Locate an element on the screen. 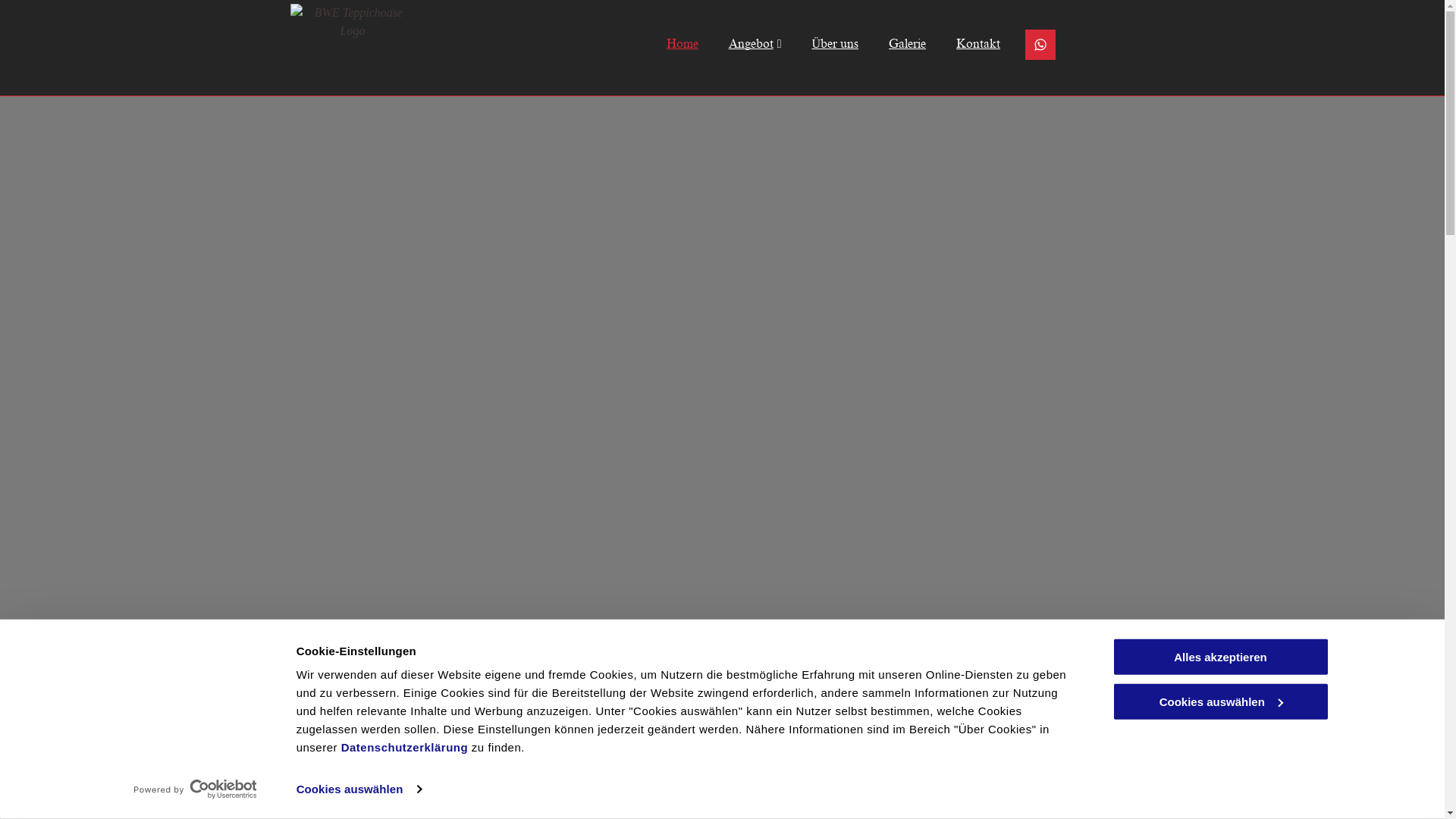 The image size is (1456, 819). 'Galerie' is located at coordinates (892, 42).